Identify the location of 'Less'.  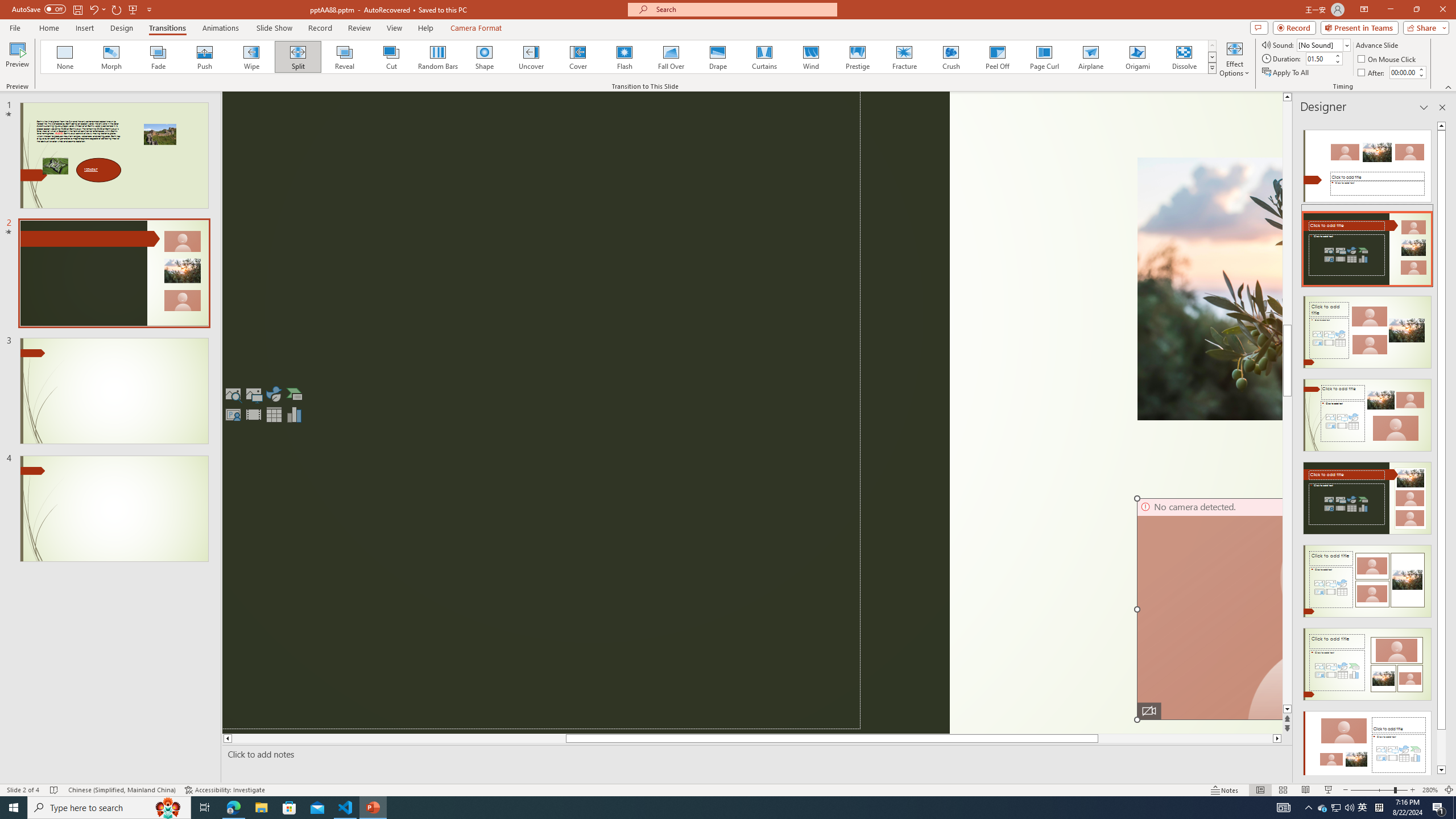
(1421, 75).